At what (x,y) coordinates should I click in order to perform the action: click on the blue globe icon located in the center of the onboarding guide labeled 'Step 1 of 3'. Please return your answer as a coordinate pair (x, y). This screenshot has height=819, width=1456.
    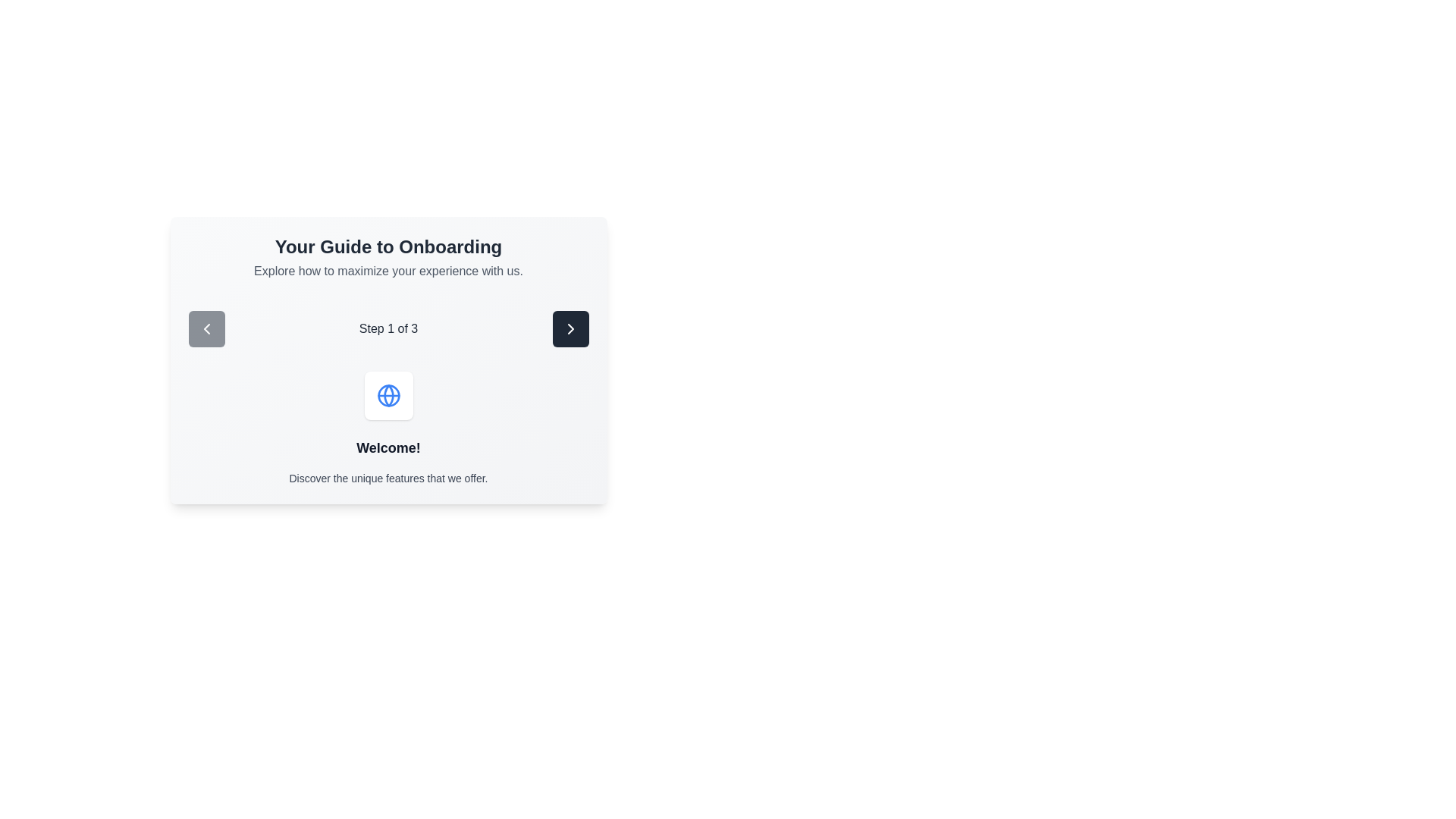
    Looking at the image, I should click on (388, 394).